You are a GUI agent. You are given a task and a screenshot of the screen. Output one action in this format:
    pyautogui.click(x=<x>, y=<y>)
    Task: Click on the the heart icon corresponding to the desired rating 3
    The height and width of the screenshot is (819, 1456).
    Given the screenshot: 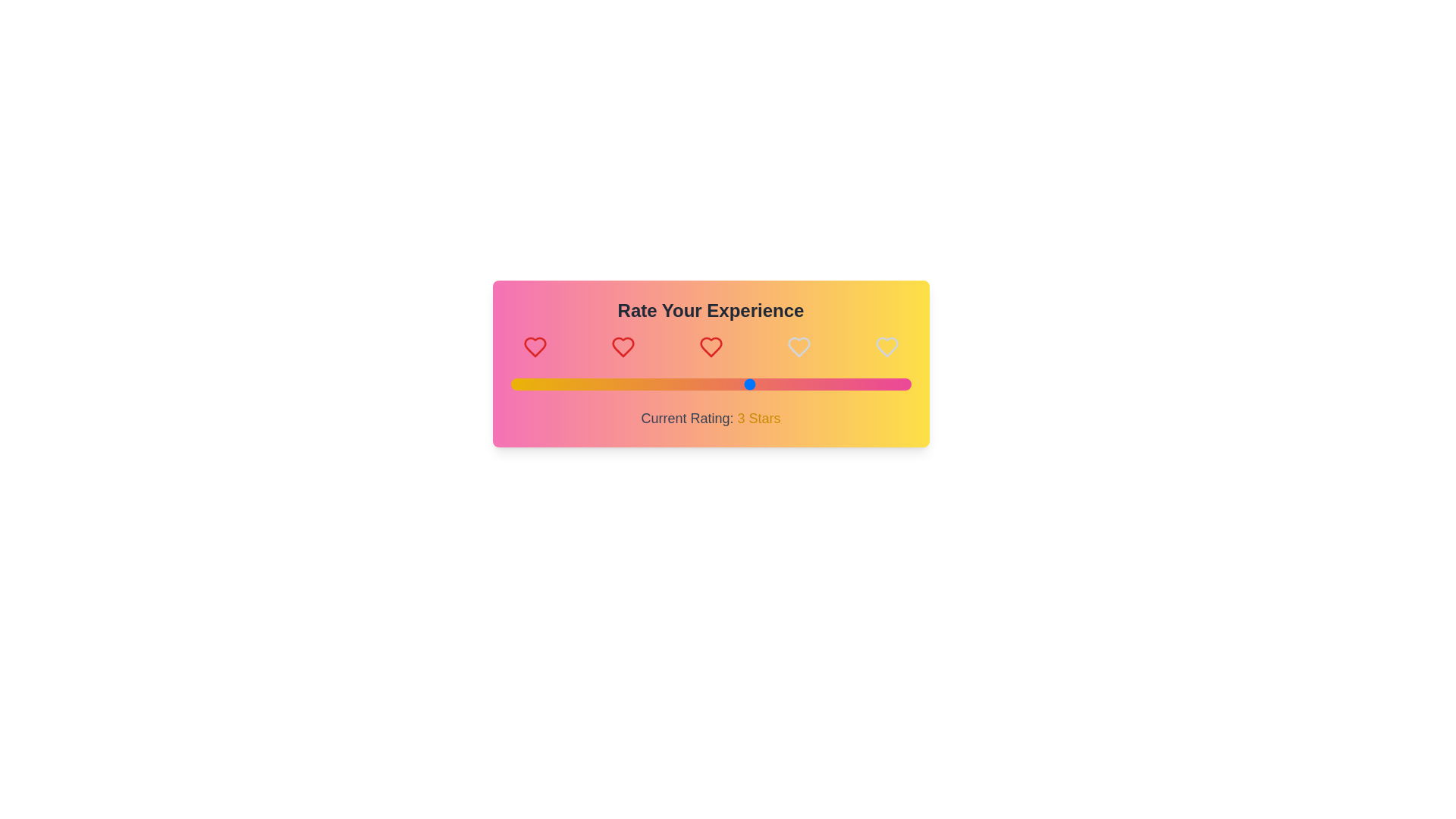 What is the action you would take?
    pyautogui.click(x=710, y=347)
    